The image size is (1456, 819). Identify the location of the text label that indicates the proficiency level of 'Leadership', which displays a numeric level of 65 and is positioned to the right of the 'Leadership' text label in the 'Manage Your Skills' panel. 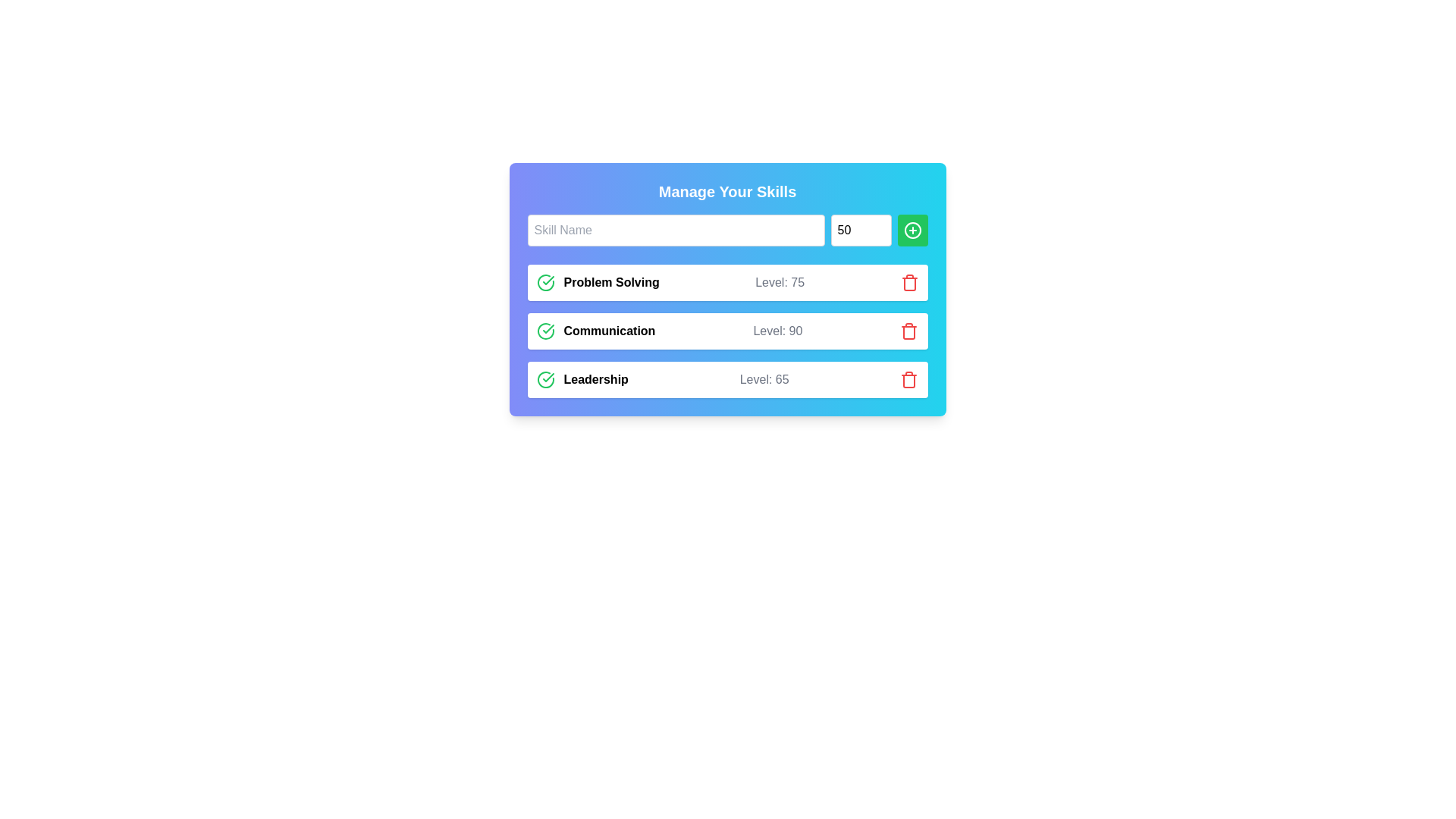
(764, 379).